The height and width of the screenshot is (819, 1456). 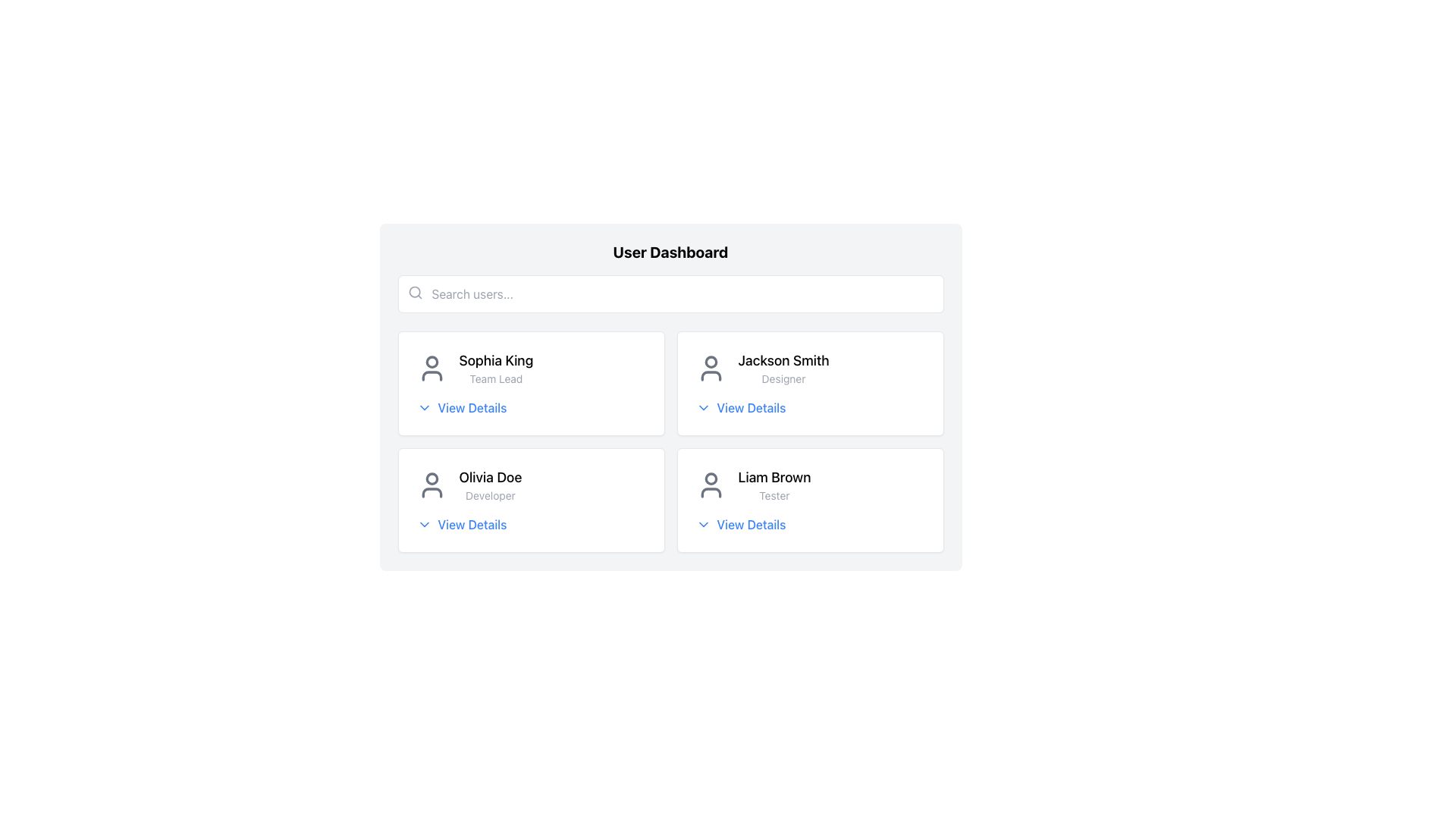 What do you see at coordinates (431, 493) in the screenshot?
I see `the torso outline segment of the user avatar icon located in the bottom left block of the dashboard interface, next to the name 'Olivia Doe' and their role 'Developer'` at bounding box center [431, 493].